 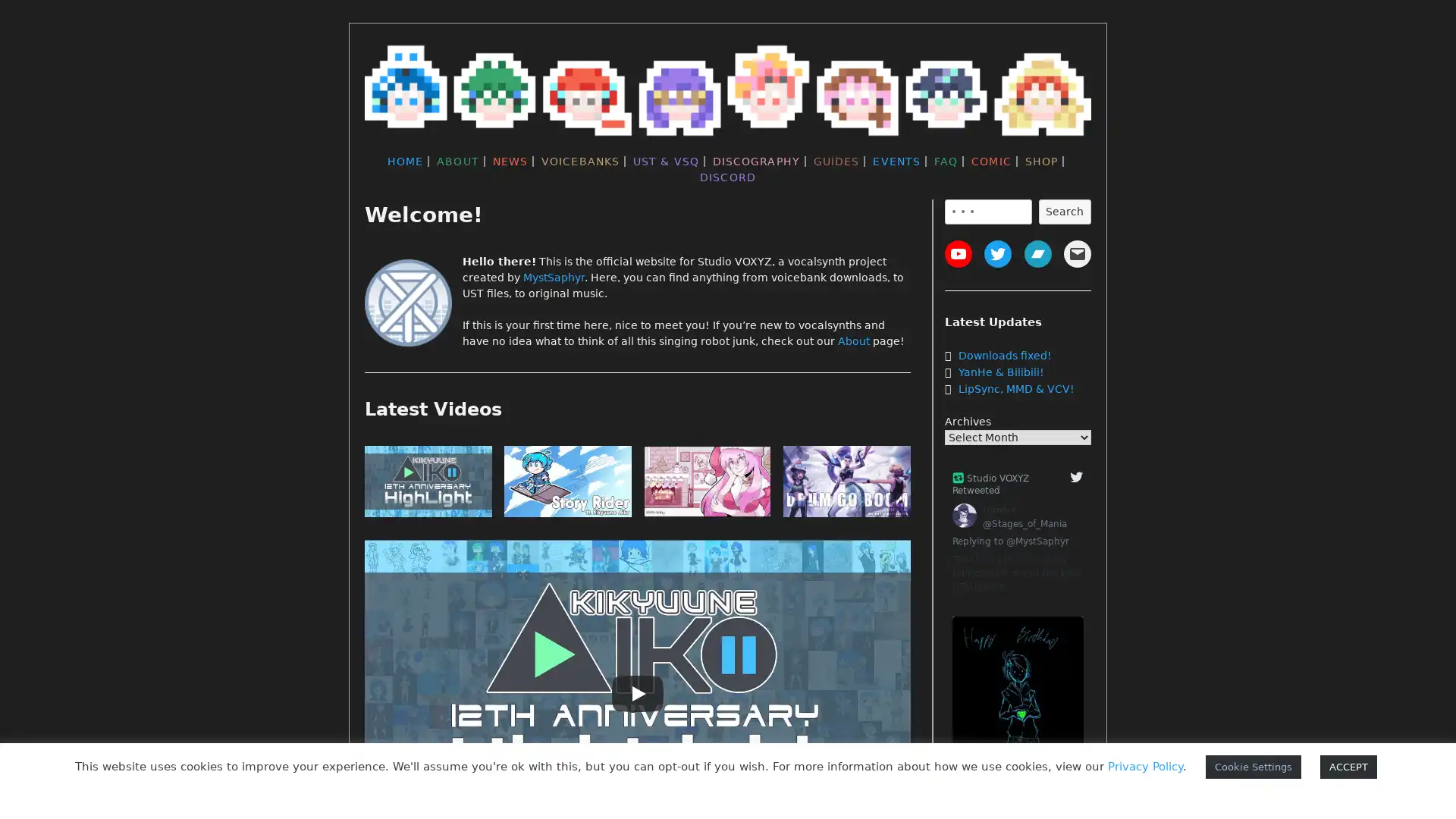 What do you see at coordinates (706, 485) in the screenshot?
I see `play` at bounding box center [706, 485].